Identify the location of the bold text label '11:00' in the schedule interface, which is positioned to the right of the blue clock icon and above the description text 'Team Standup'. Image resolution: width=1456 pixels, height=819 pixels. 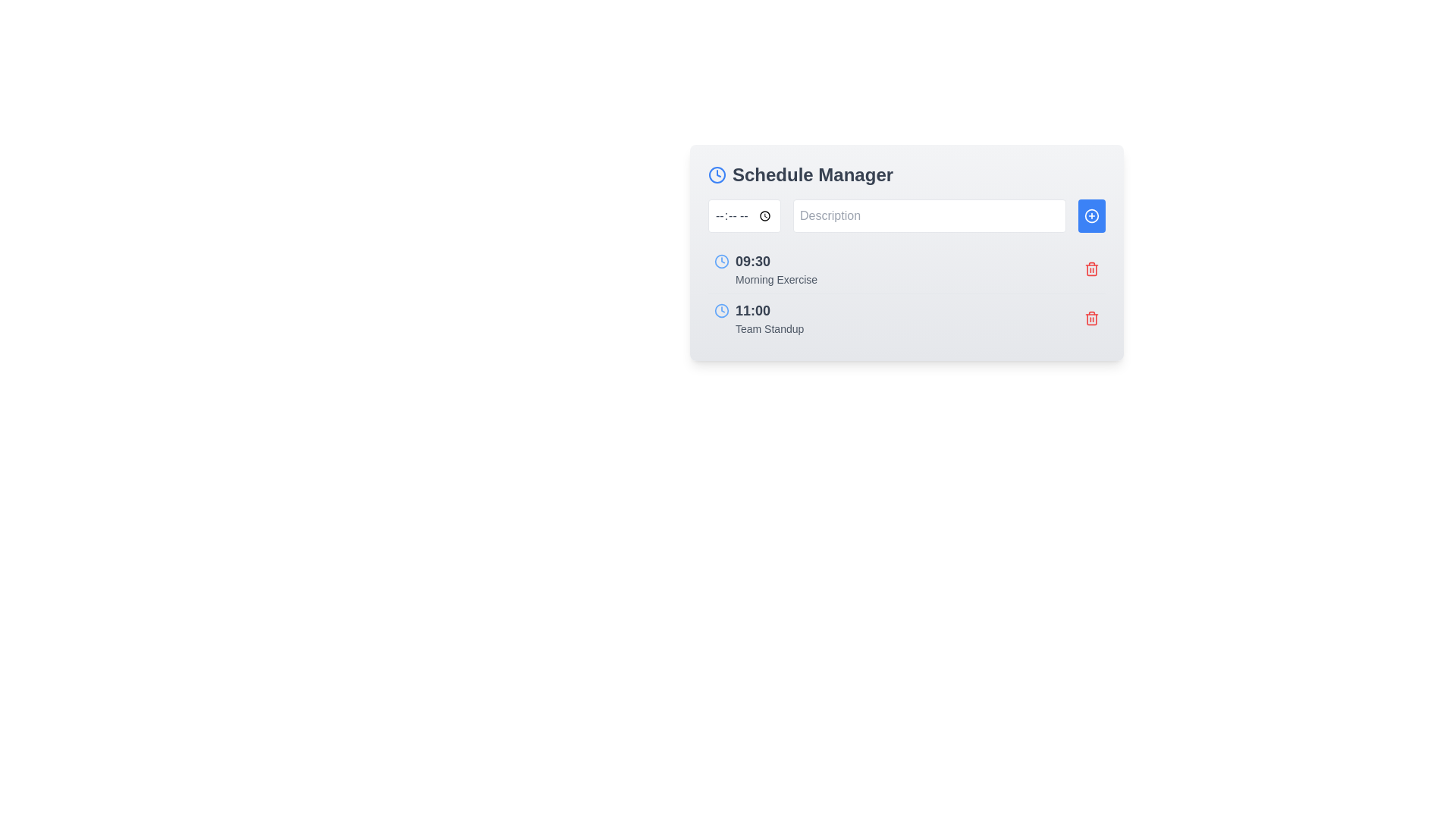
(759, 309).